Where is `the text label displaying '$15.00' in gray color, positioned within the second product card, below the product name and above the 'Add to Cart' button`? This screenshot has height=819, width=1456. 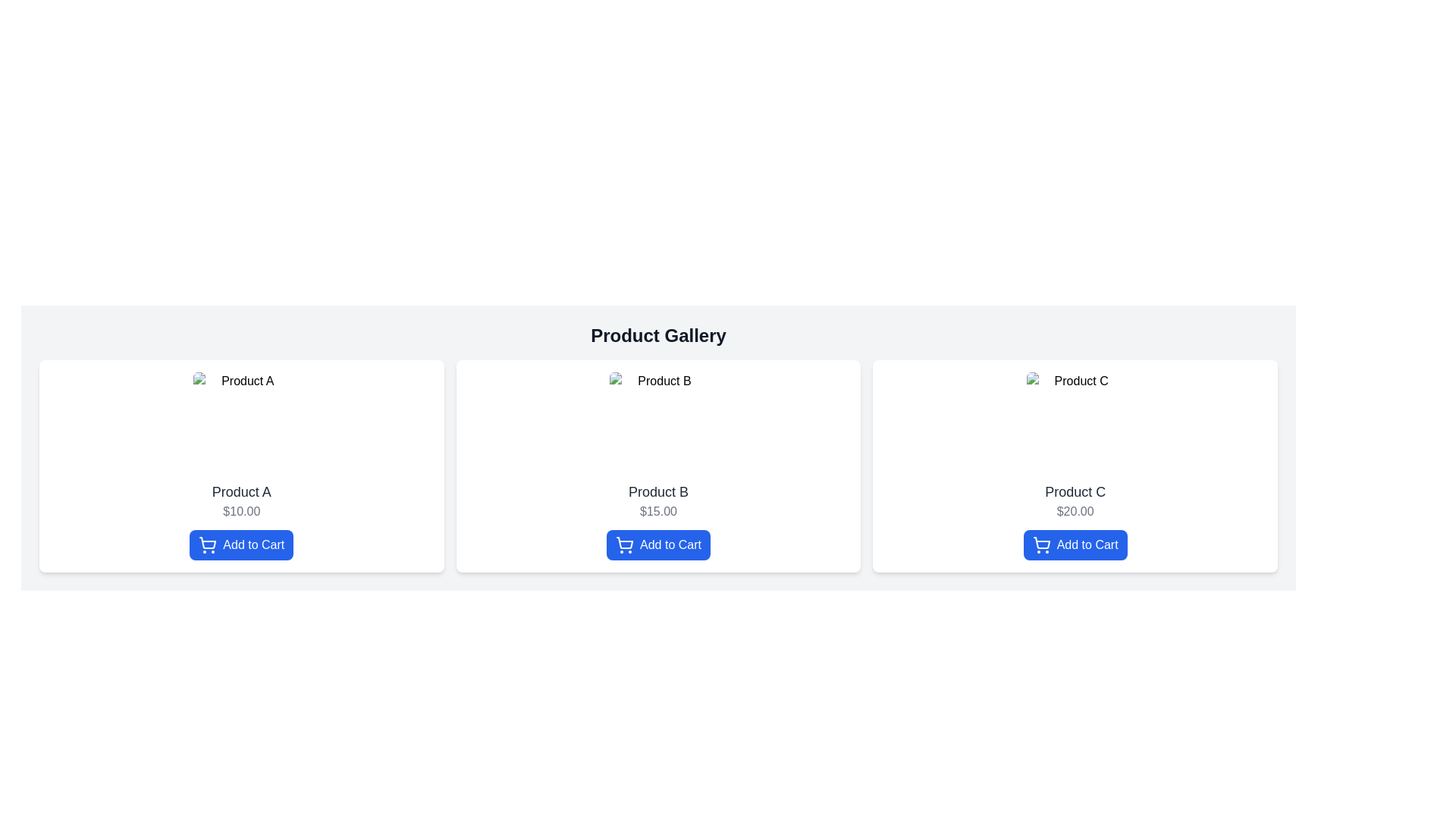 the text label displaying '$15.00' in gray color, positioned within the second product card, below the product name and above the 'Add to Cart' button is located at coordinates (658, 512).